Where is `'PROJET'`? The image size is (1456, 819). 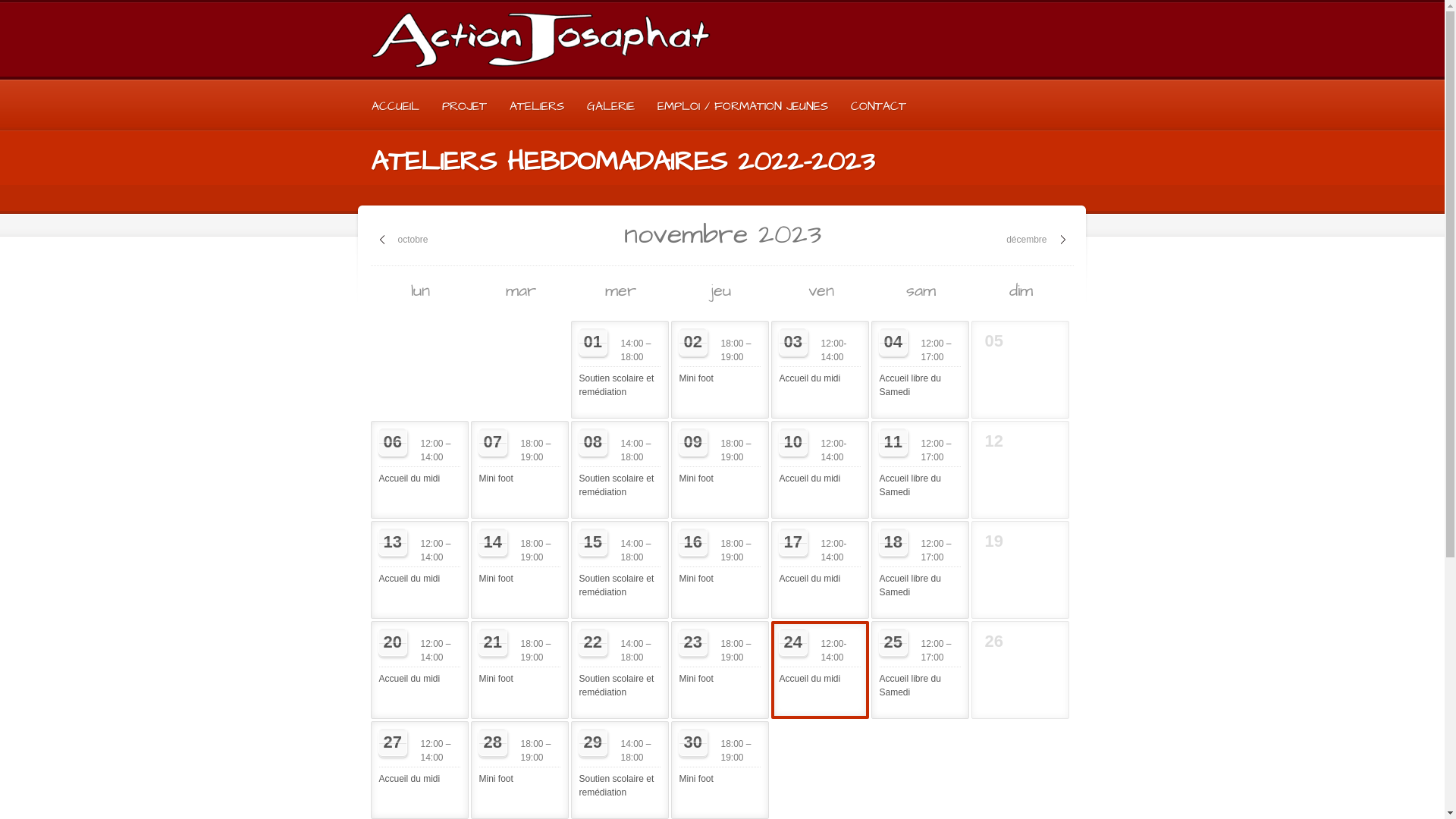 'PROJET' is located at coordinates (429, 105).